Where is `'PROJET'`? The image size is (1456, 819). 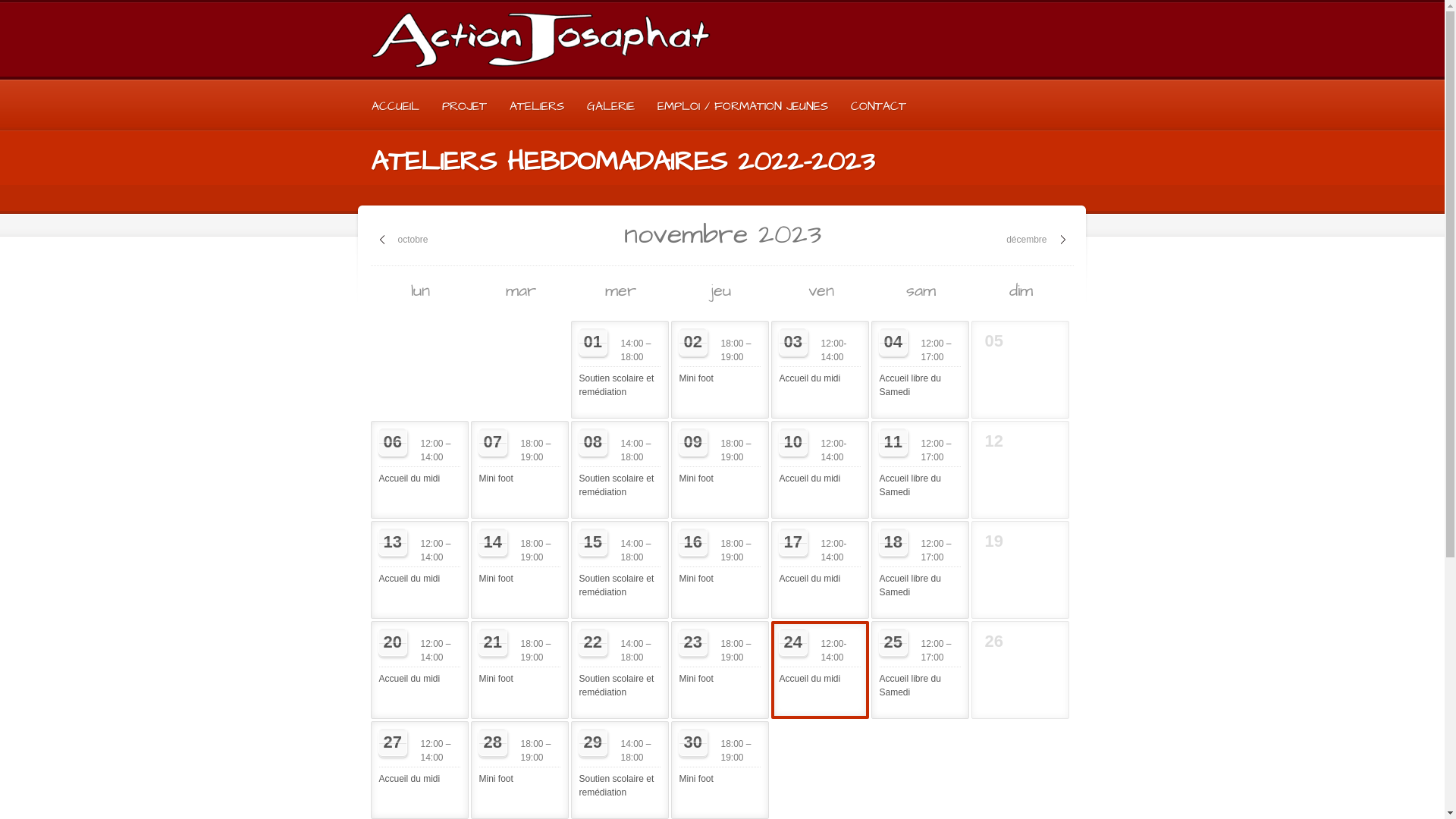 'PROJET' is located at coordinates (429, 105).